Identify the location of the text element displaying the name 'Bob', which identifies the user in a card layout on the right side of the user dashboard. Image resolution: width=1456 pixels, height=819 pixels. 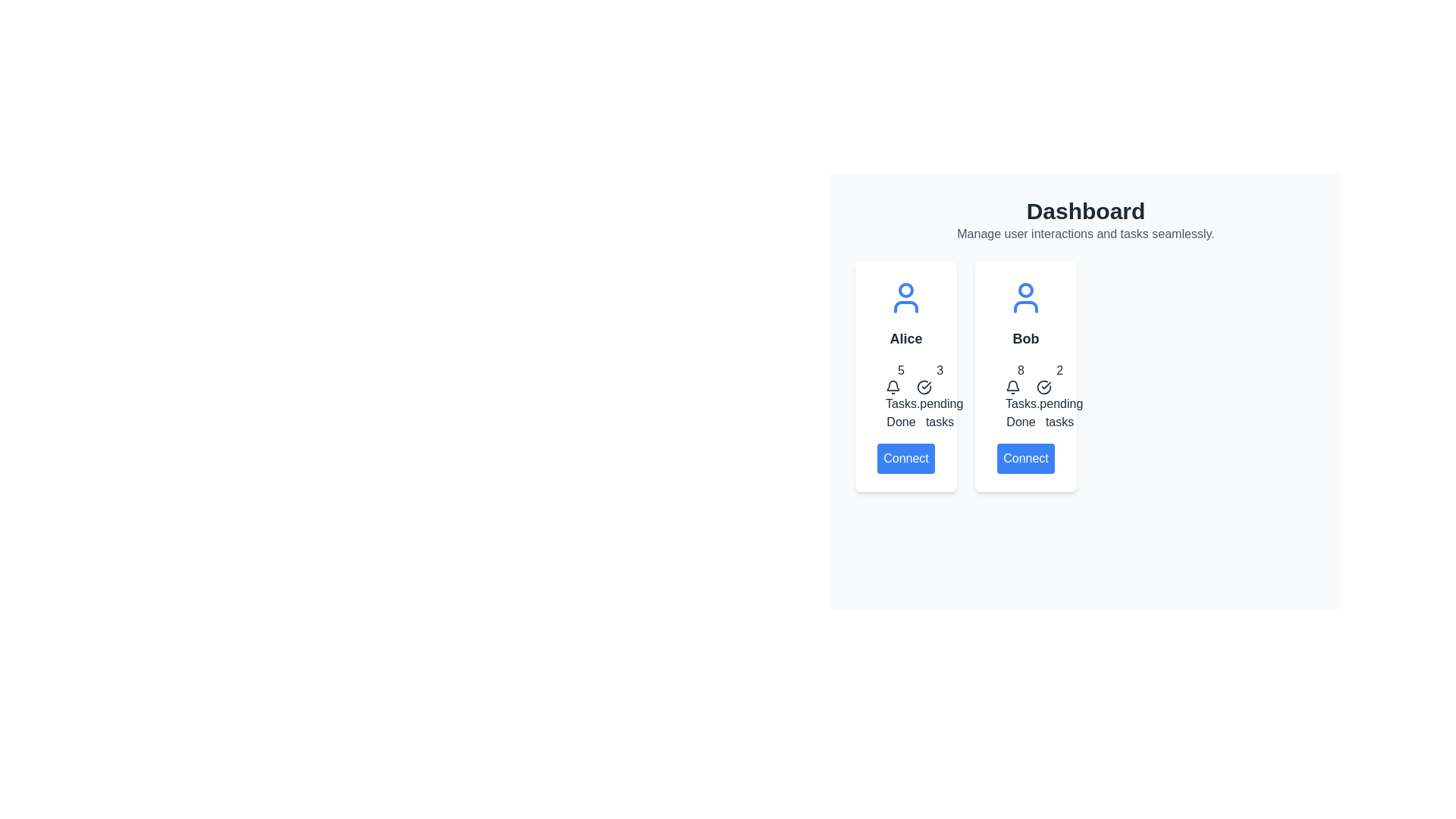
(1026, 338).